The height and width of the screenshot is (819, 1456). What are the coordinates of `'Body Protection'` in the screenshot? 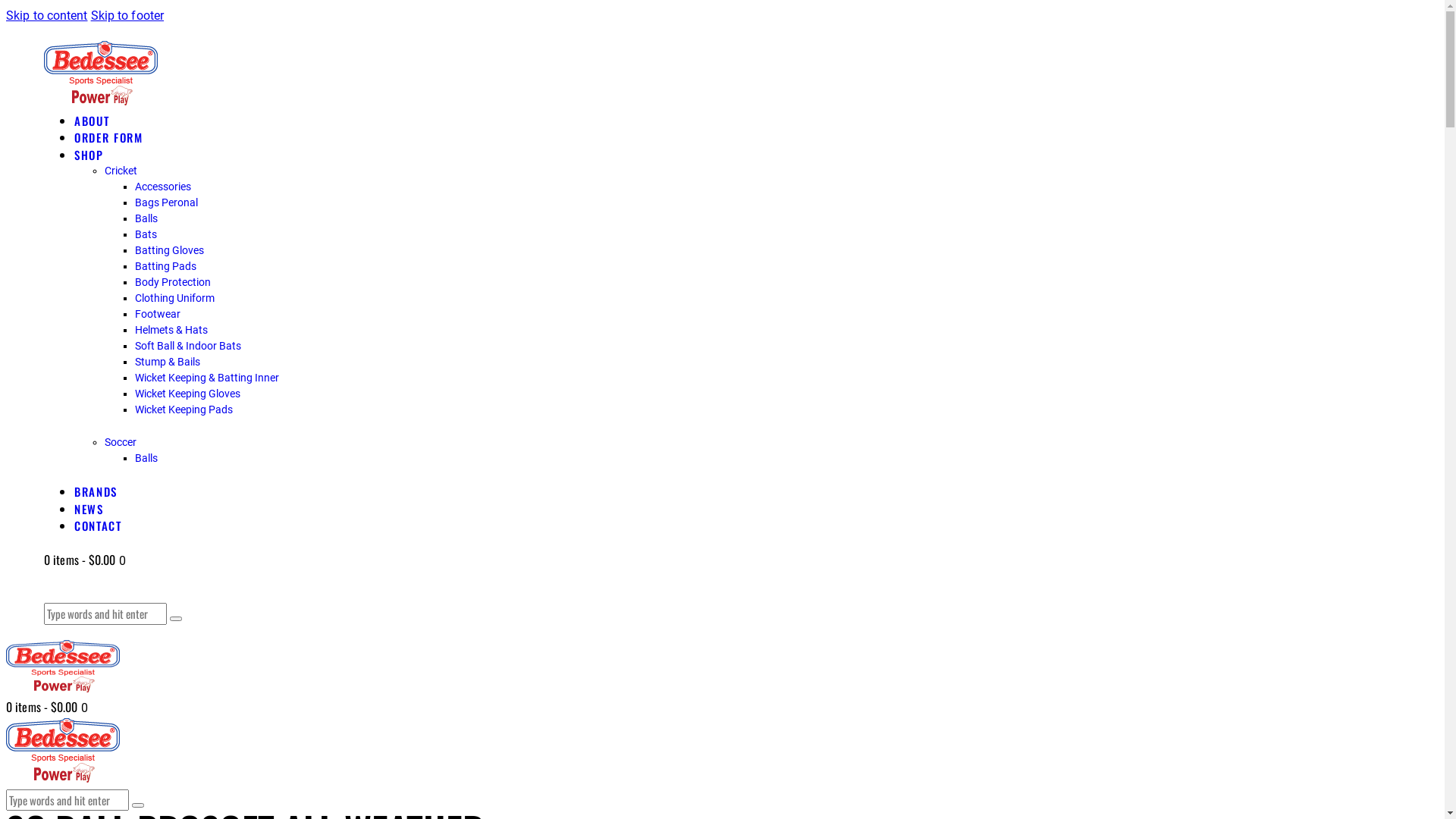 It's located at (134, 281).